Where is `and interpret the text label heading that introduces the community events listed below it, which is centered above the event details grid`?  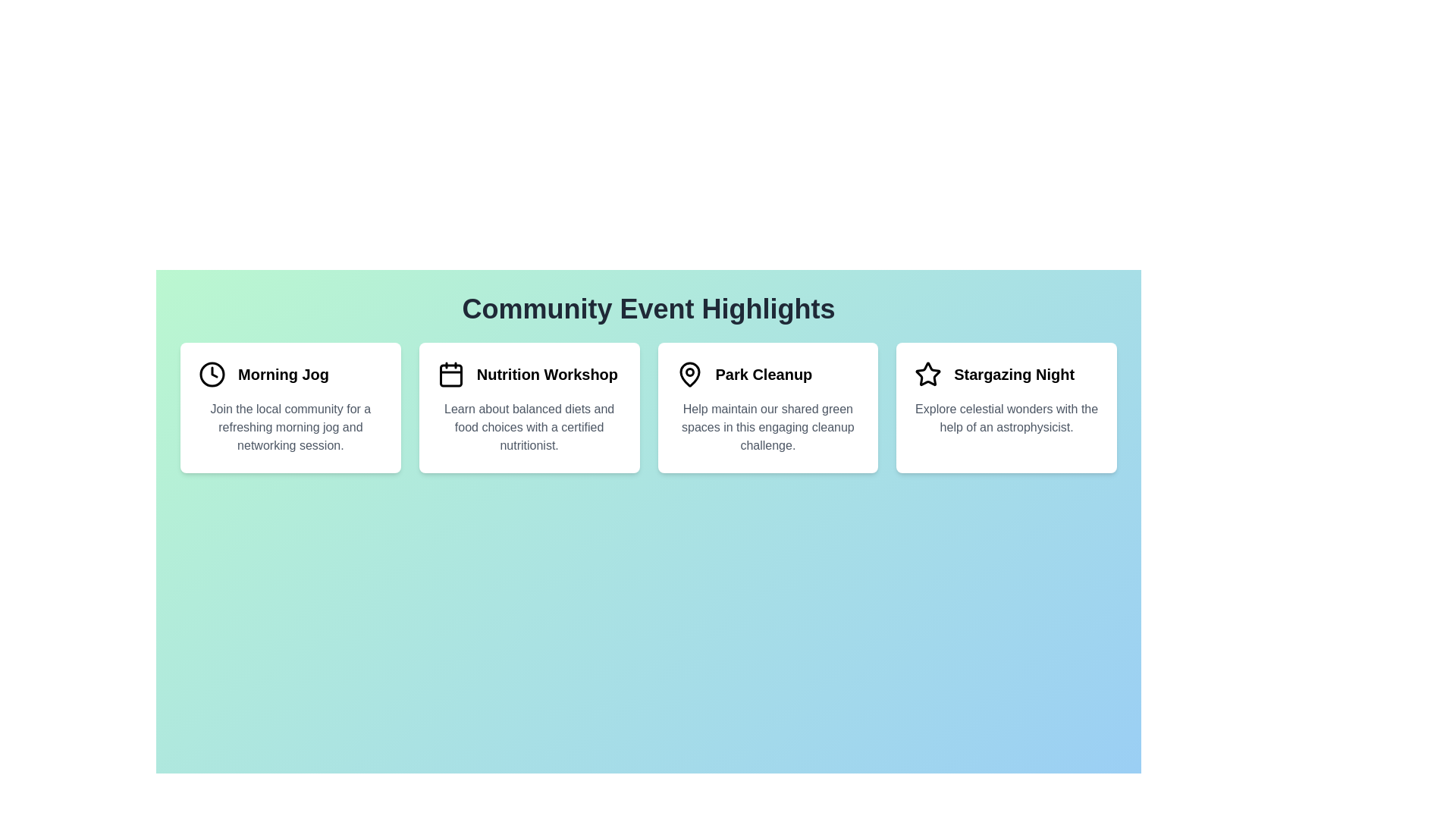
and interpret the text label heading that introduces the community events listed below it, which is centered above the event details grid is located at coordinates (648, 309).